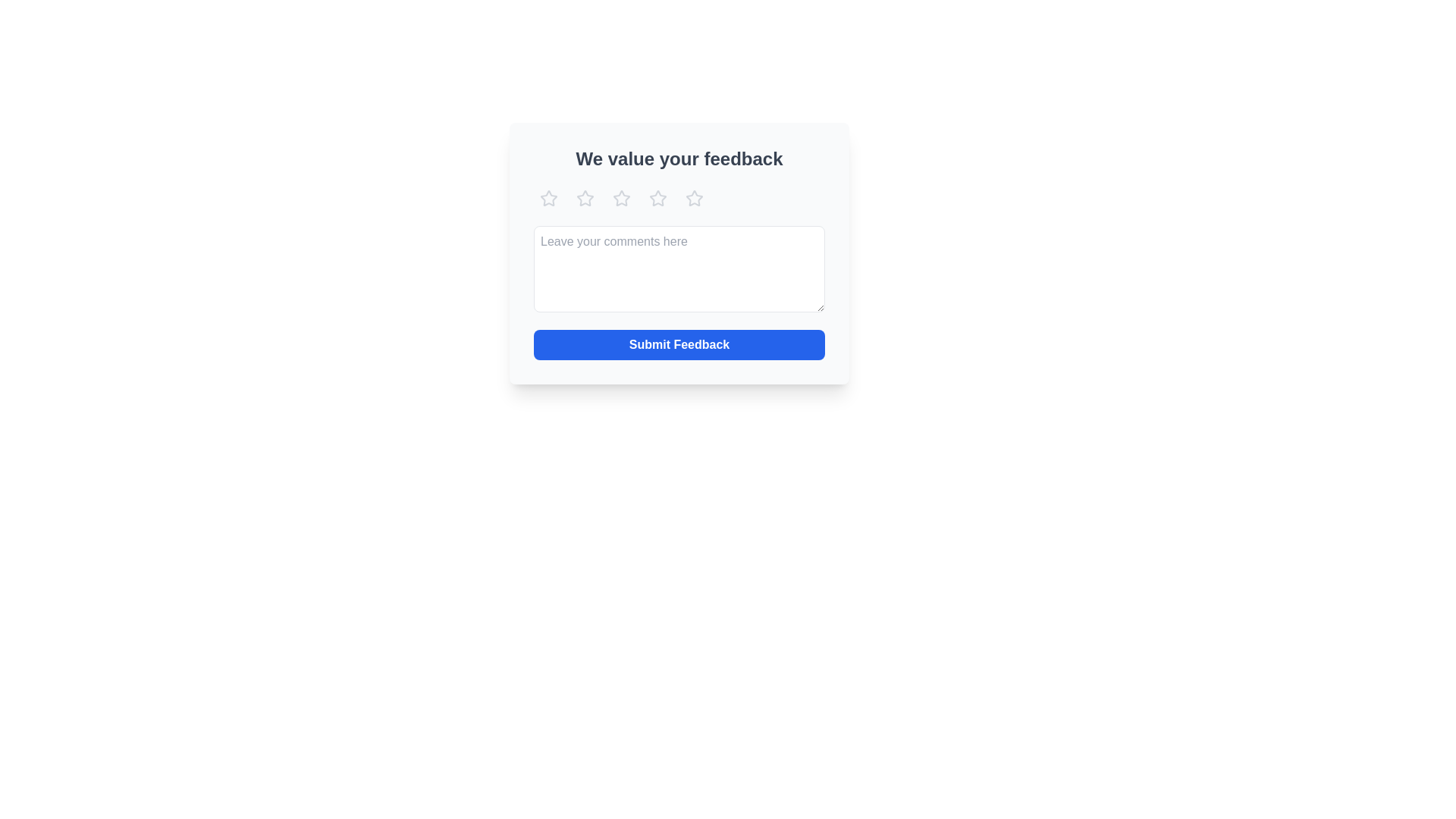 This screenshot has height=819, width=1456. Describe the element at coordinates (548, 198) in the screenshot. I see `the first star icon in the feedback rating system to provide a selection preview` at that location.